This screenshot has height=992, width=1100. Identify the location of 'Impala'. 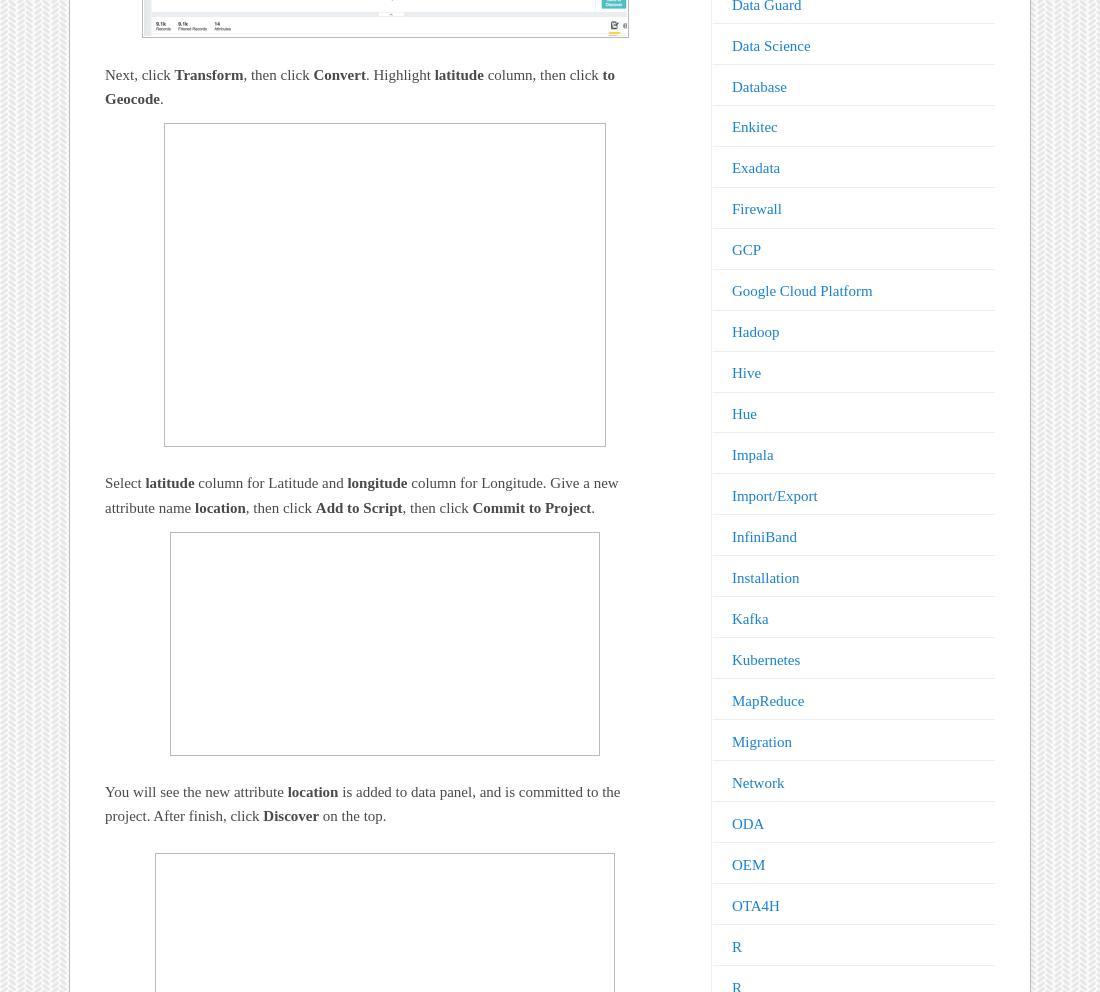
(729, 454).